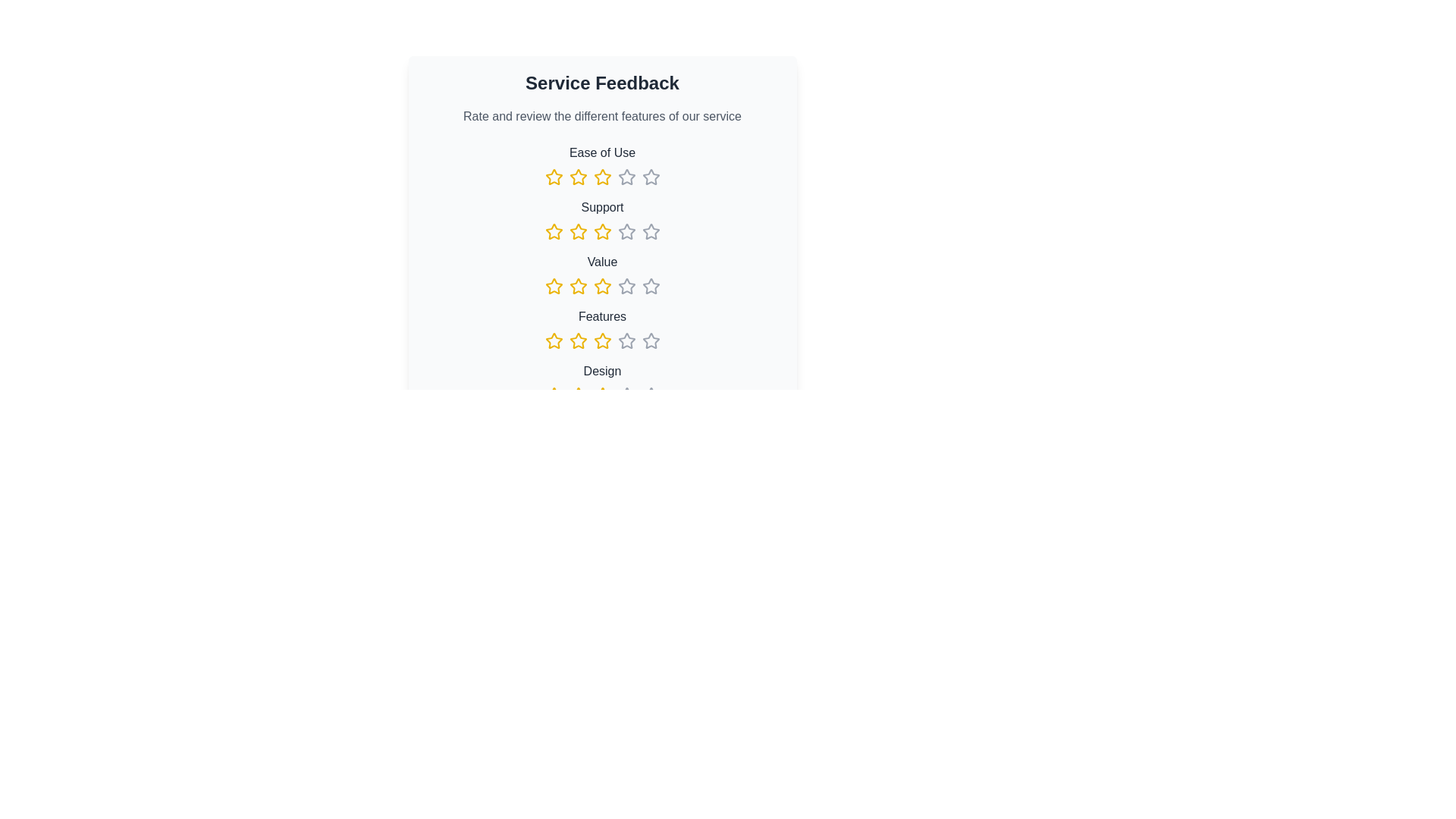  What do you see at coordinates (651, 339) in the screenshot?
I see `the last gray outlined star icon in the rating system under the 'Features' label to assign a rating` at bounding box center [651, 339].